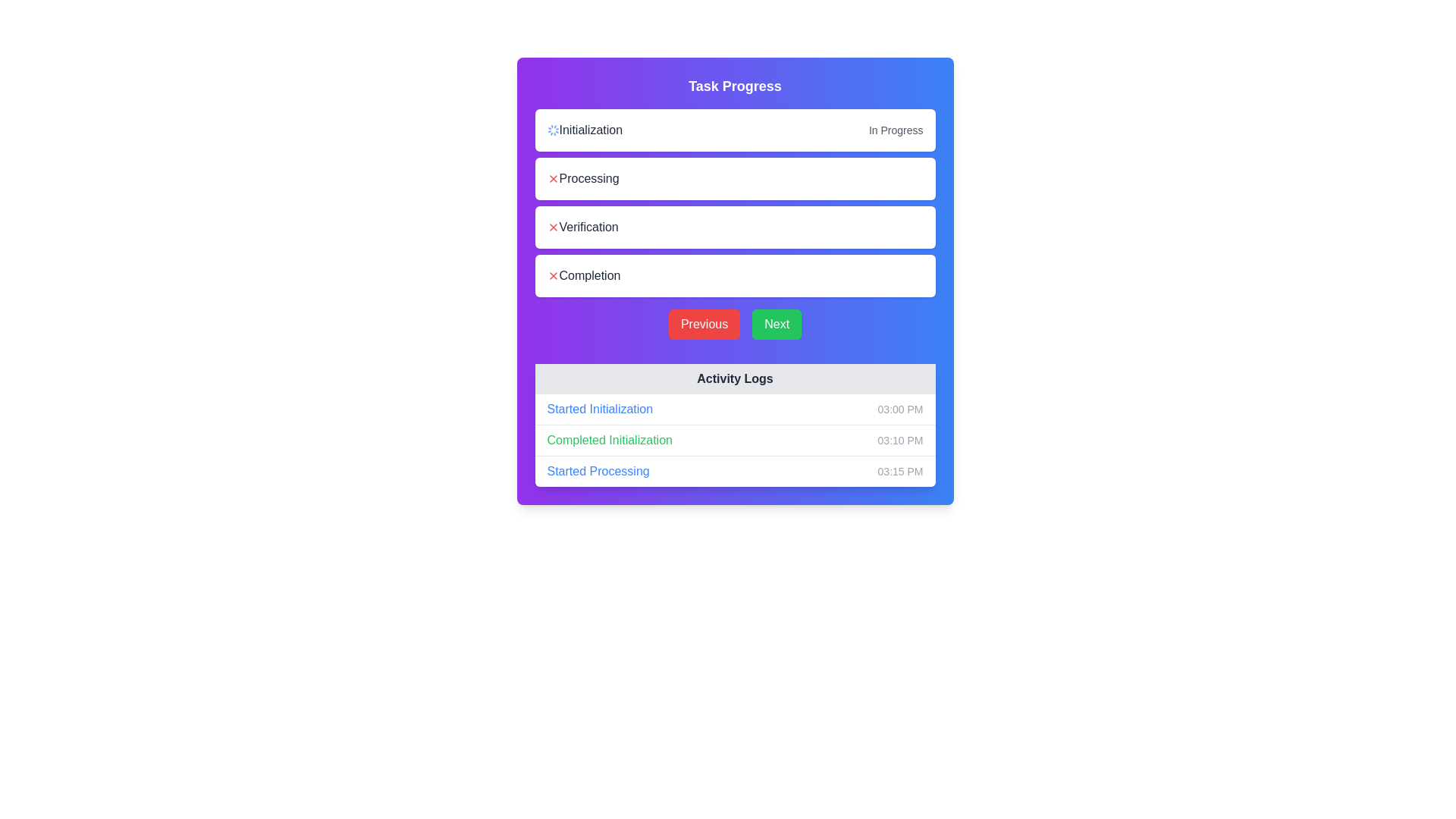 The image size is (1456, 819). Describe the element at coordinates (735, 86) in the screenshot. I see `header text that serves as the title for the task progress tracking section, positioned at the top of a card-like structure with a gradient background` at that location.